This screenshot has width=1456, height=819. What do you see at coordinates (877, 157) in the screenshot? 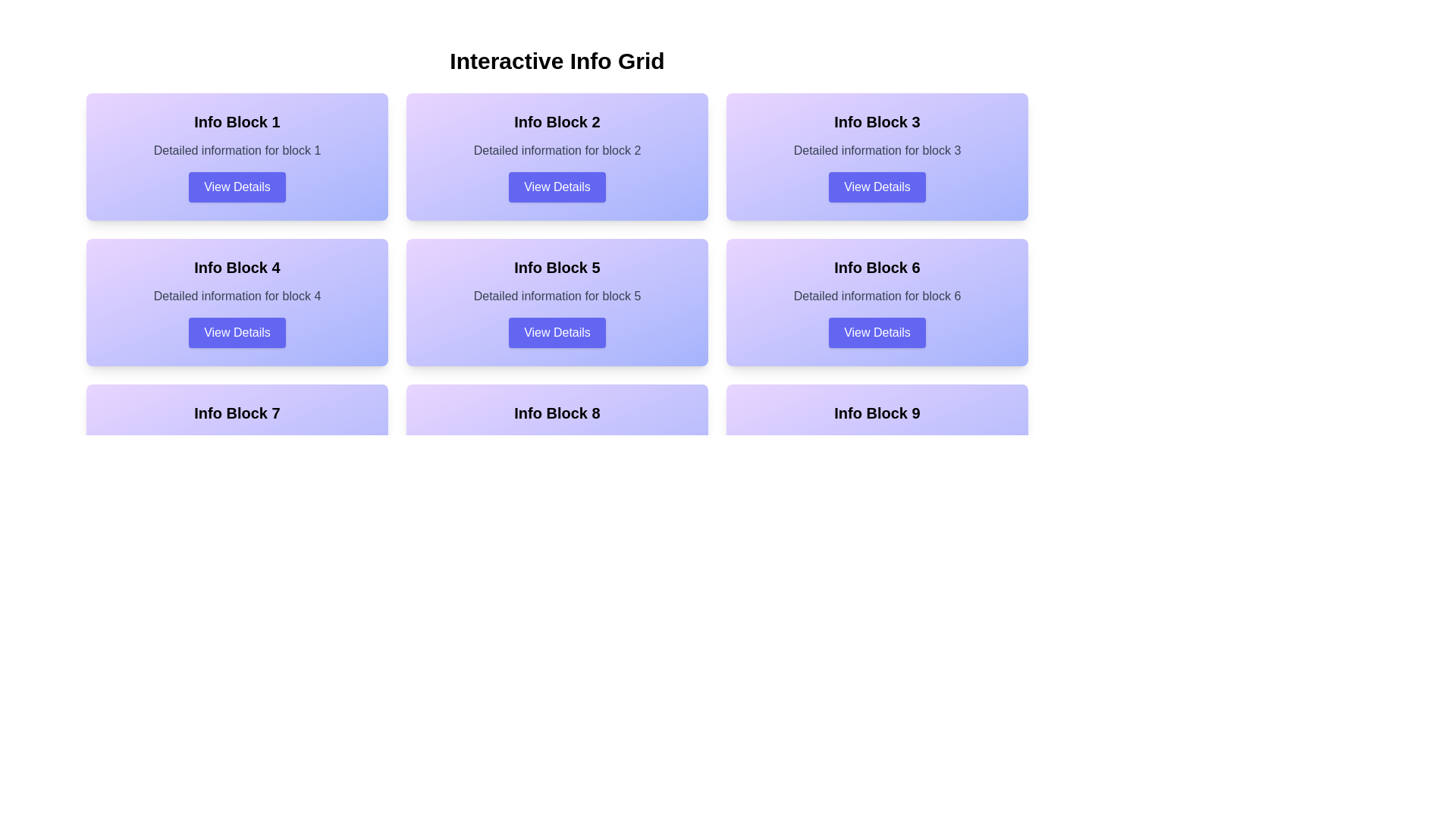
I see `the informational block with a button component located in the first row and third column of the grid to activate the hover effects for scaling` at bounding box center [877, 157].